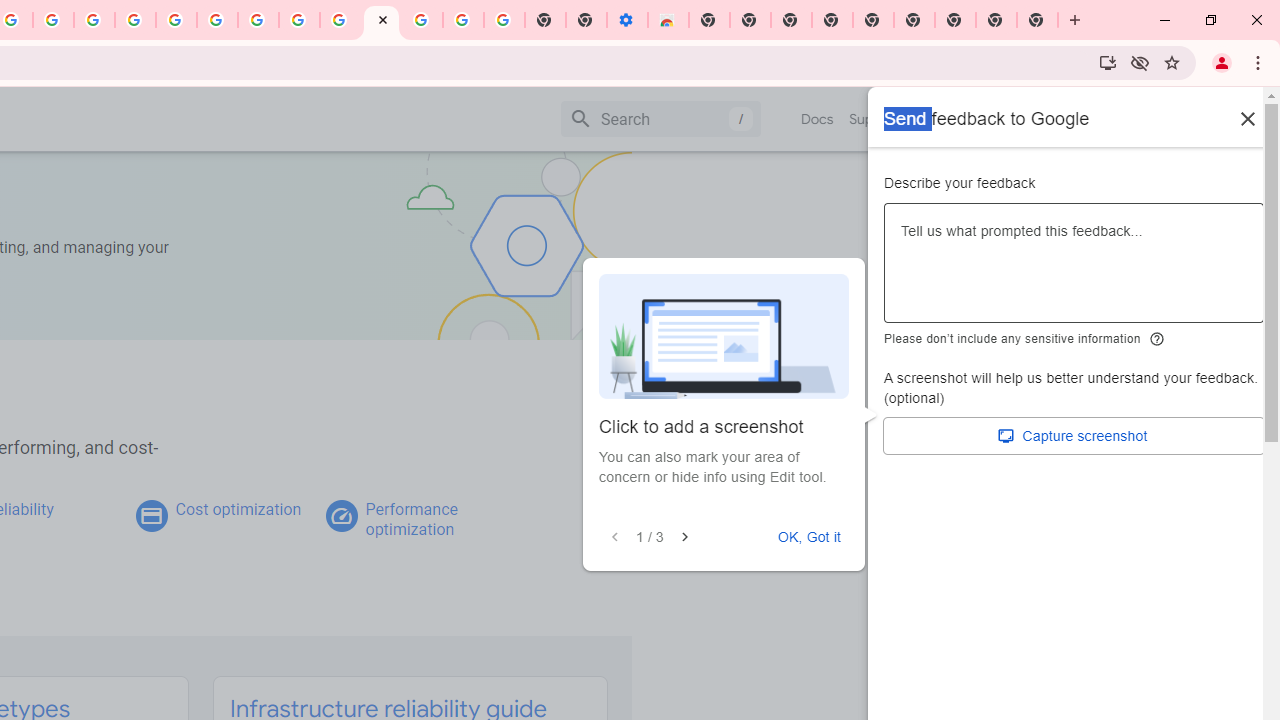 The height and width of the screenshot is (720, 1280). Describe the element at coordinates (1038, 20) in the screenshot. I see `'New Tab'` at that location.